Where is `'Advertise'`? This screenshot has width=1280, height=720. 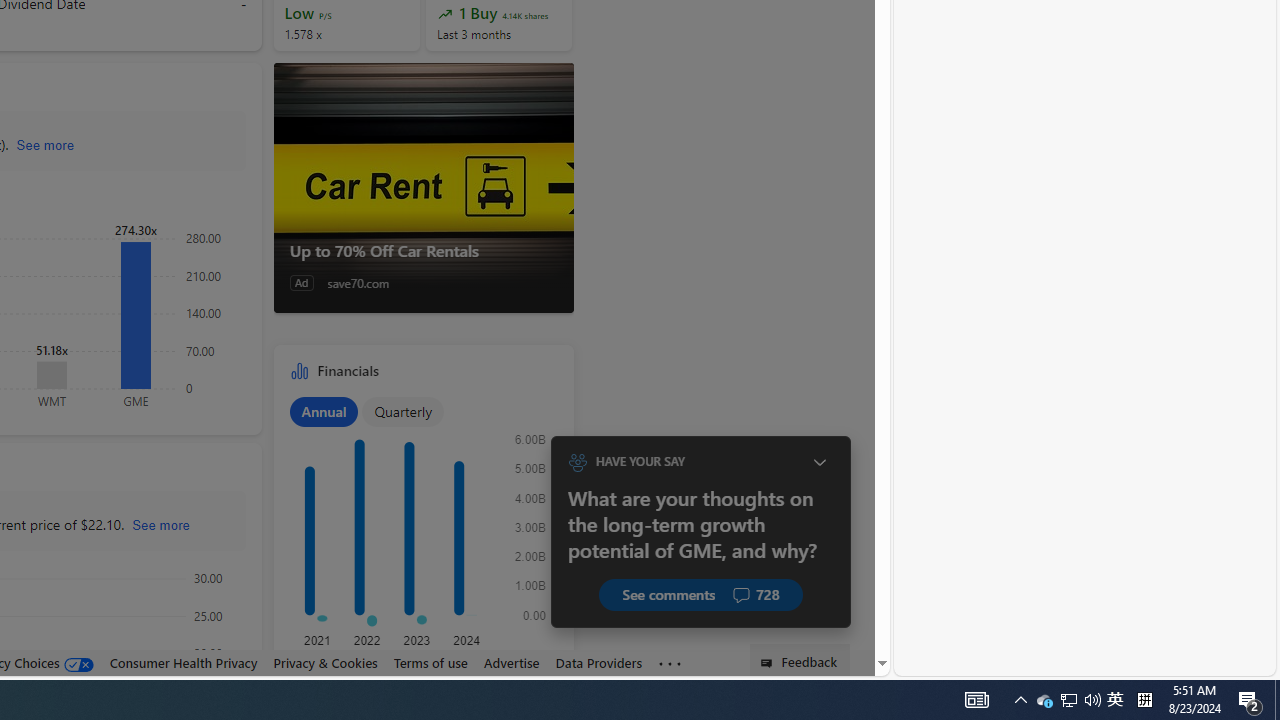
'Advertise' is located at coordinates (511, 662).